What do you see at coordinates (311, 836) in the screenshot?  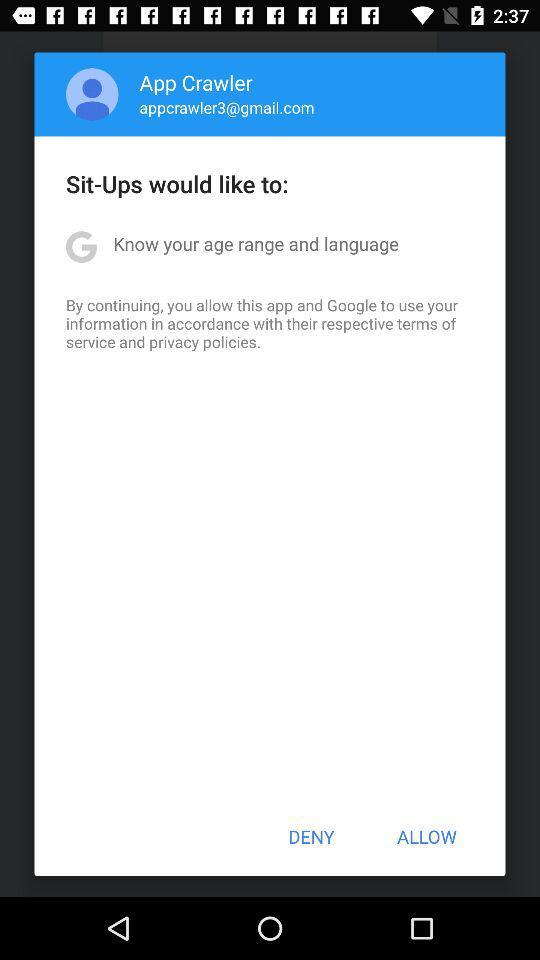 I see `the button to the left of allow icon` at bounding box center [311, 836].